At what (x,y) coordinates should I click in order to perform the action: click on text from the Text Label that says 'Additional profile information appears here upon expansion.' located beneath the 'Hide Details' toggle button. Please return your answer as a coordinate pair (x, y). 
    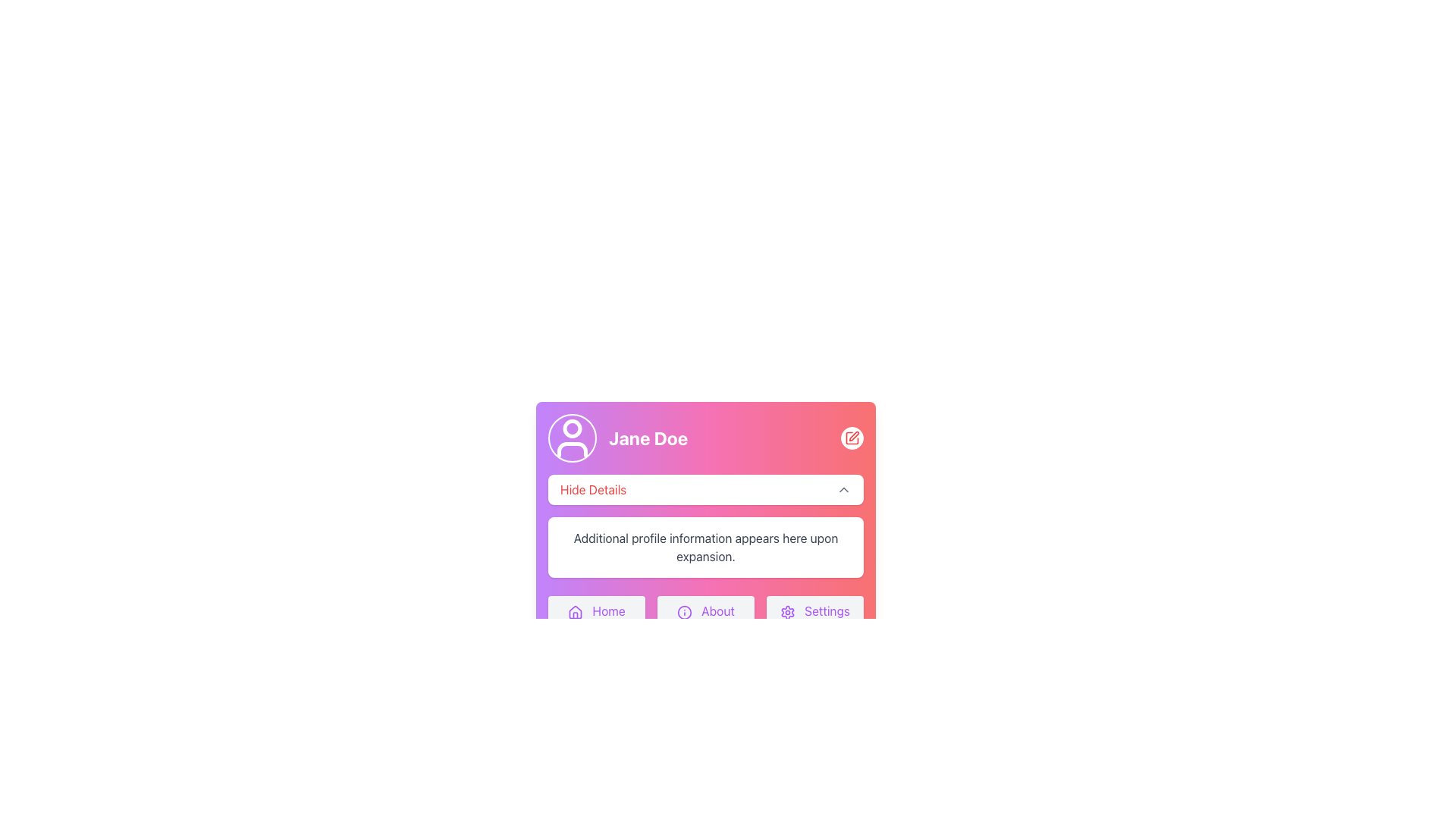
    Looking at the image, I should click on (705, 547).